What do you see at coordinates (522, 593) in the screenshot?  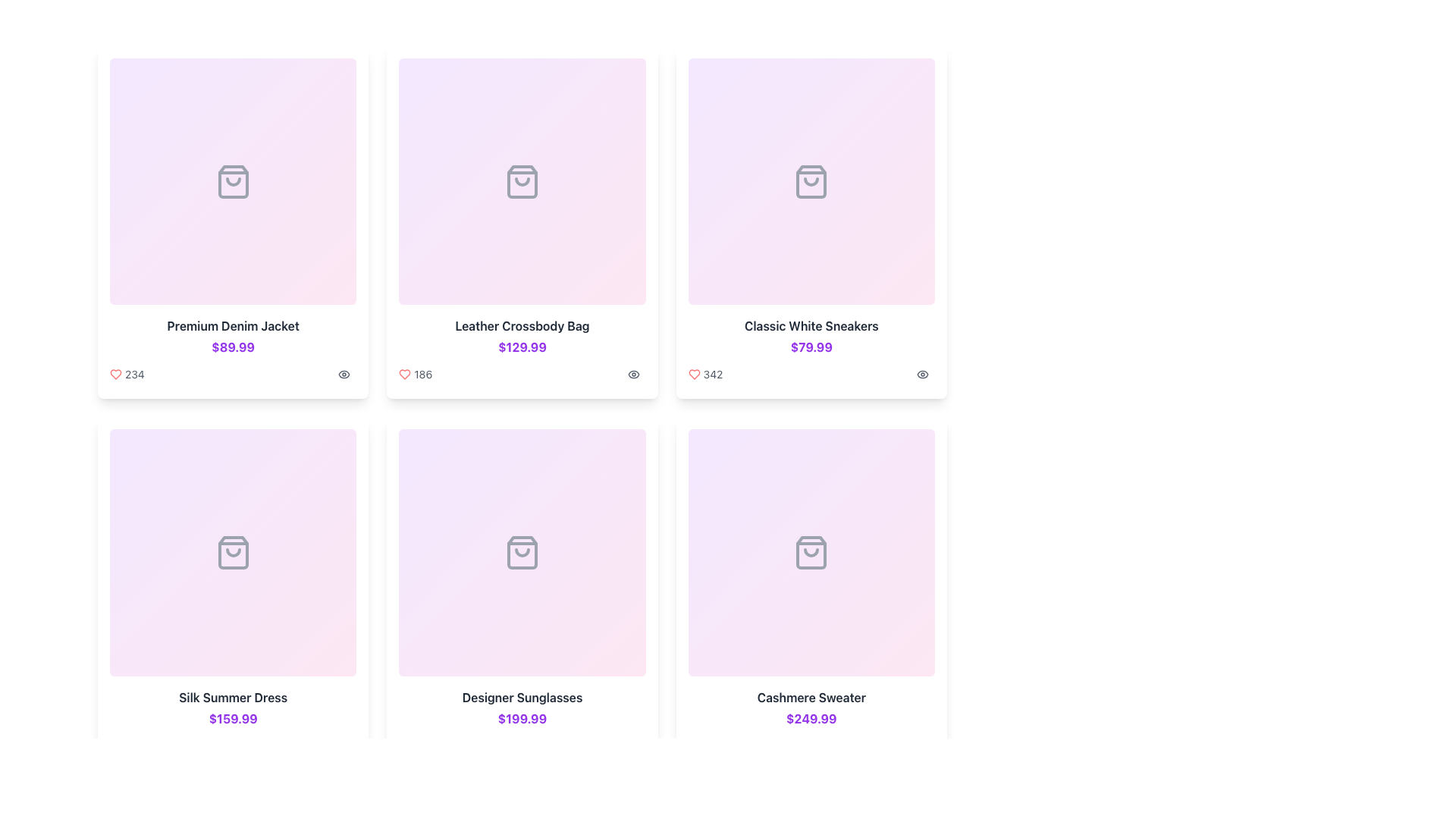 I see `on the product card element located in the second row and second column of the grid layout, which represents a product item for viewing details` at bounding box center [522, 593].